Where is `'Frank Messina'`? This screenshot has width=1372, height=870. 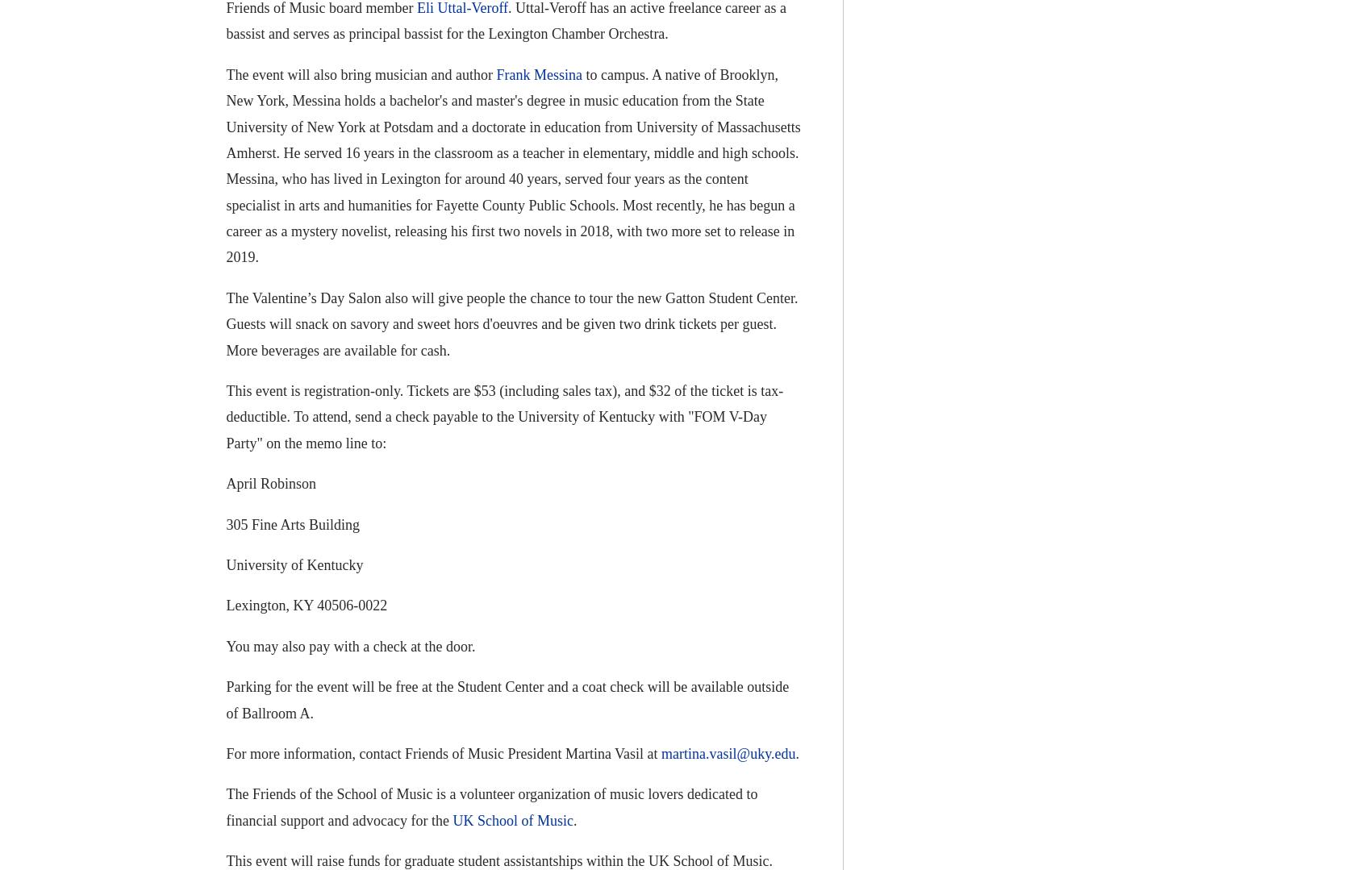
'Frank Messina' is located at coordinates (537, 74).